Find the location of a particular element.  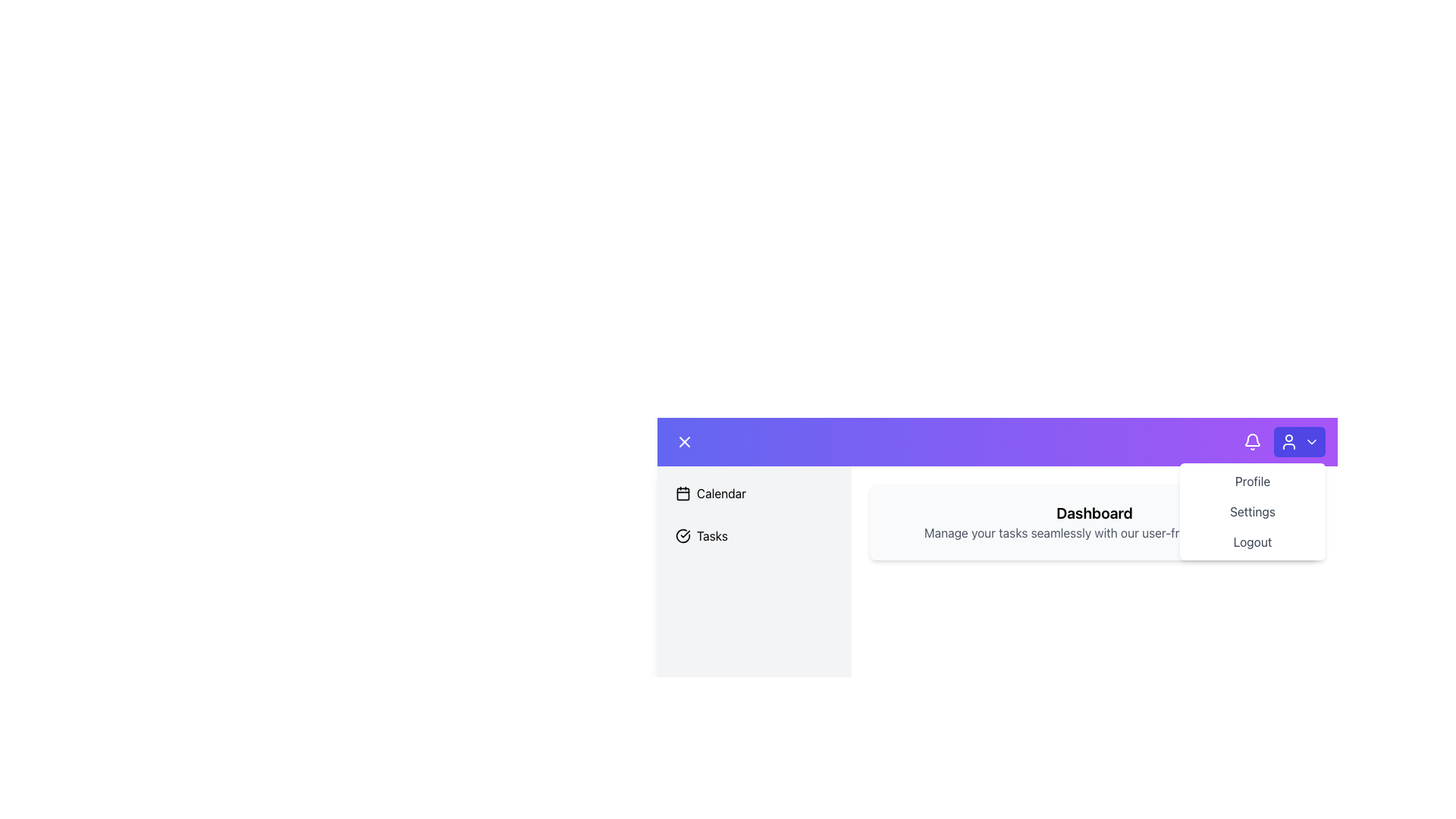

the notification indicator icon located at the top-right section of the interface is located at coordinates (1252, 439).